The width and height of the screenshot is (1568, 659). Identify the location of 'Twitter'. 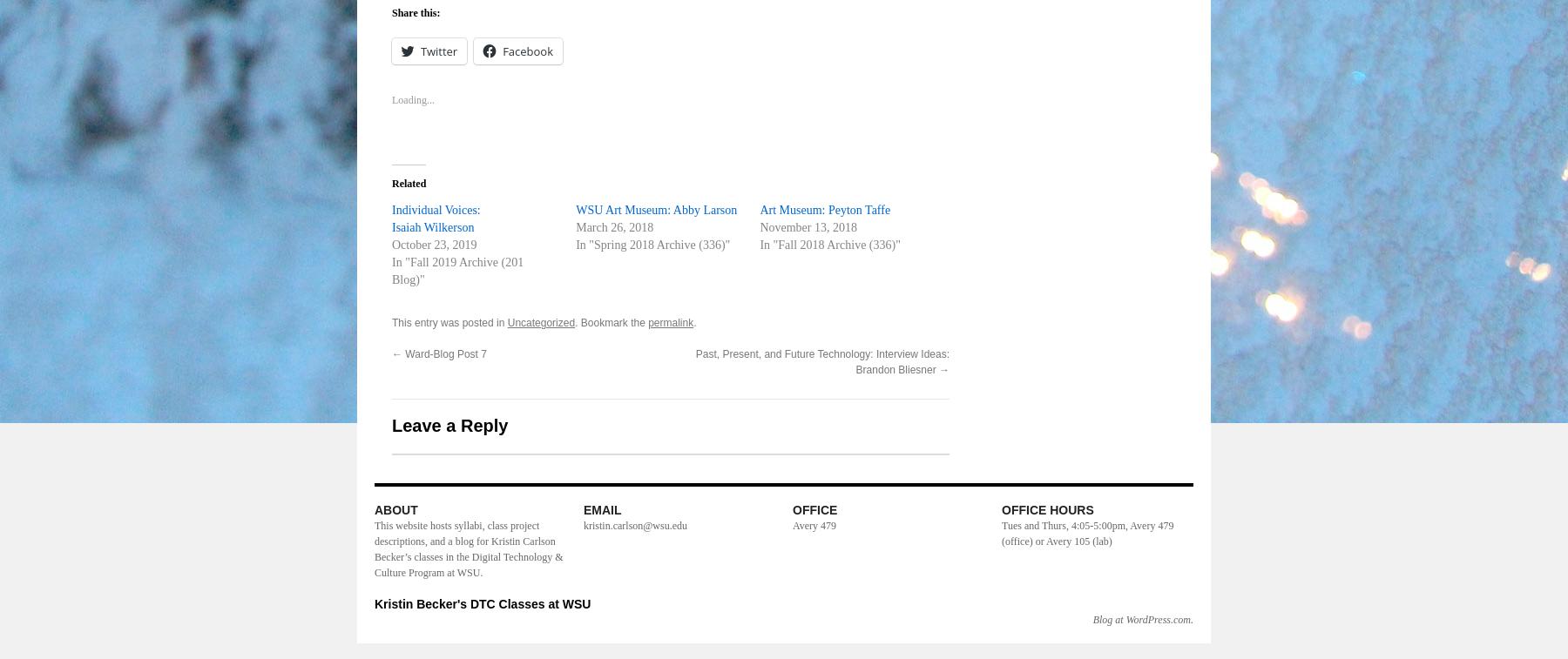
(438, 50).